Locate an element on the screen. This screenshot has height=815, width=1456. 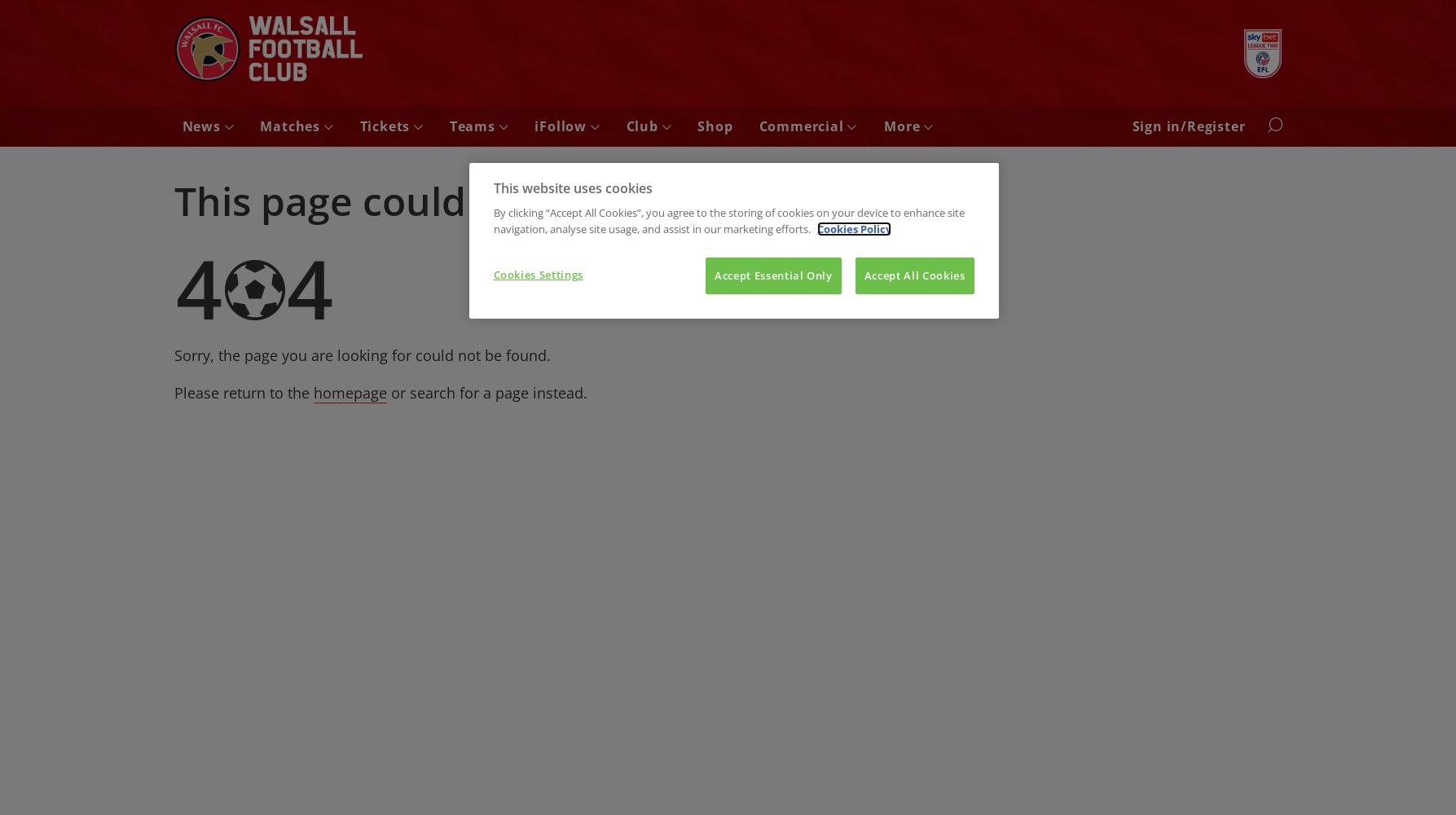
'Please return to the' is located at coordinates (173, 391).